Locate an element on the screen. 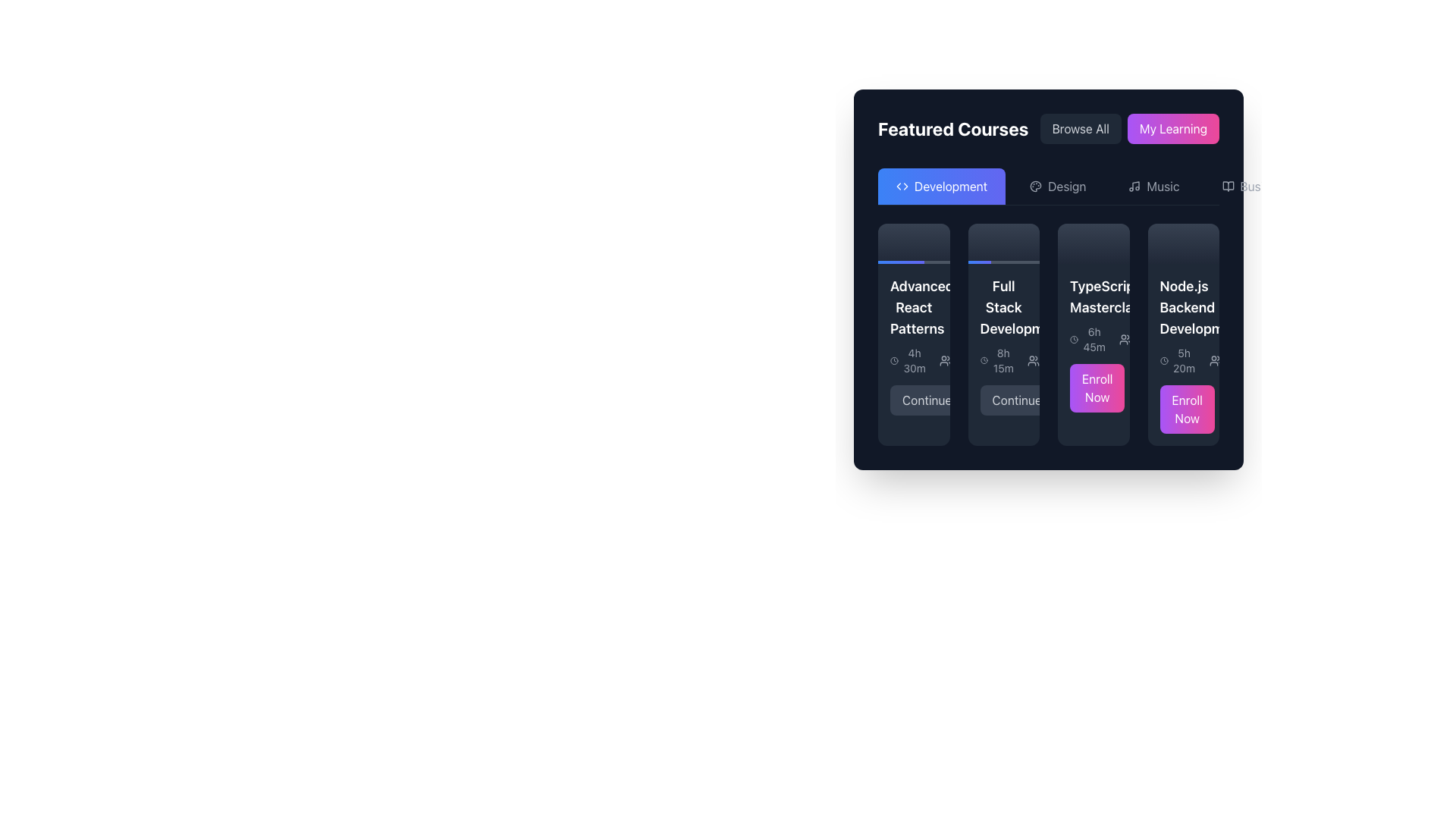  the 'Music' button, which is the third button in the horizontal navigation bar is located at coordinates (1153, 186).